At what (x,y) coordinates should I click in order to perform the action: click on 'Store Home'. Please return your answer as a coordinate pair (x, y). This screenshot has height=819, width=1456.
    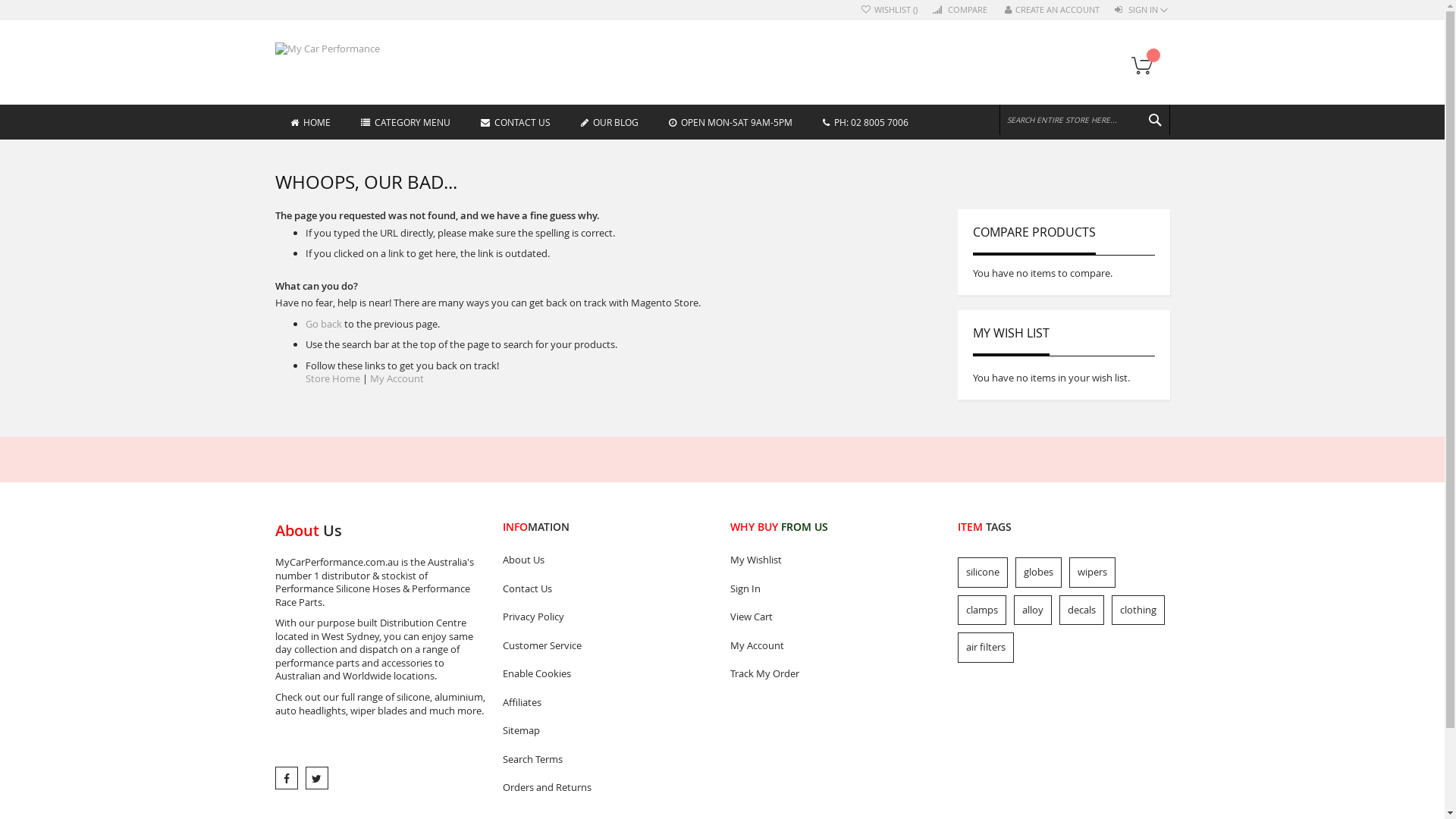
    Looking at the image, I should click on (331, 377).